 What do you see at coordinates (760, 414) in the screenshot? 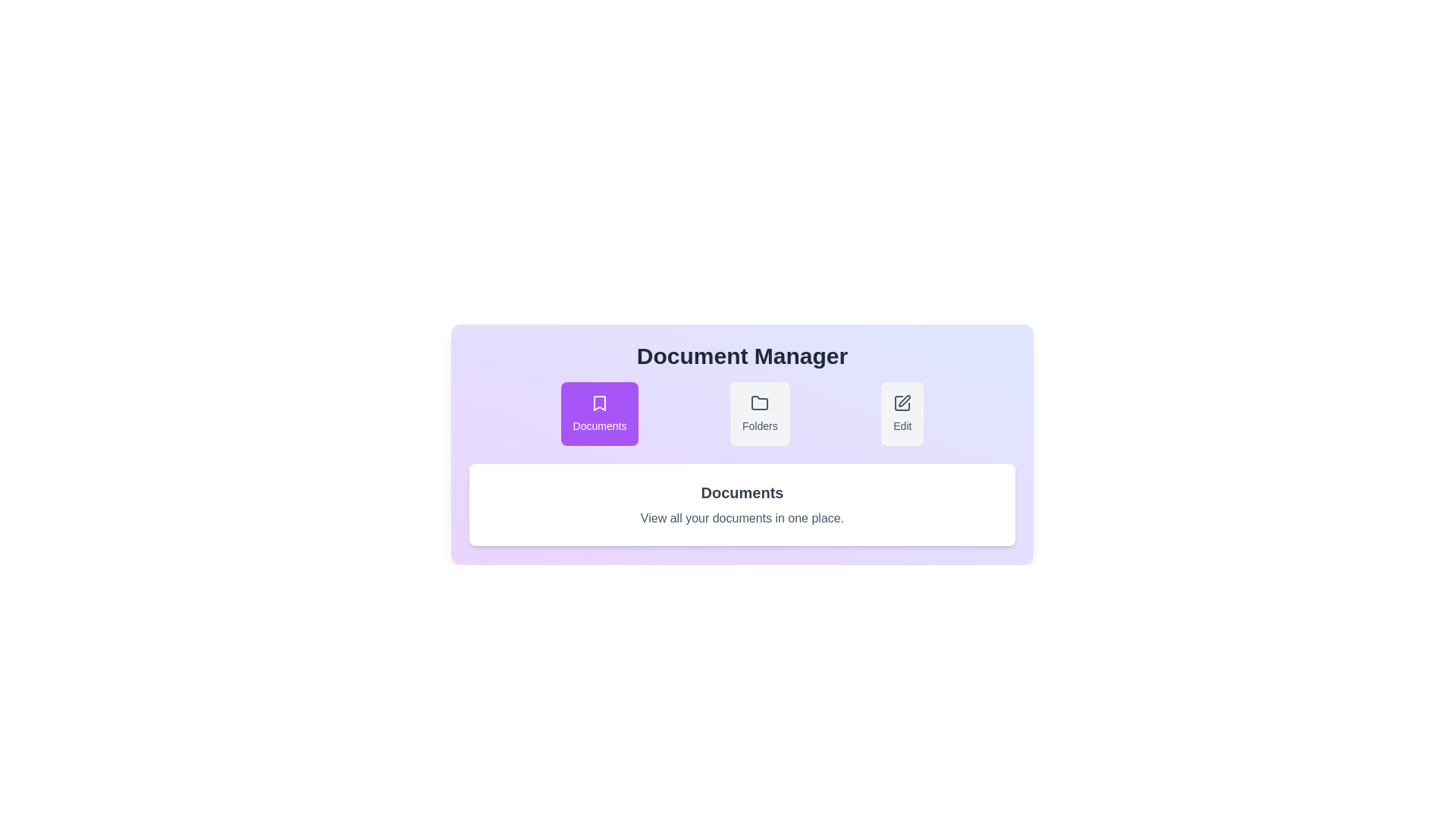
I see `the 'Folders' button located under the 'Document Manager' title` at bounding box center [760, 414].